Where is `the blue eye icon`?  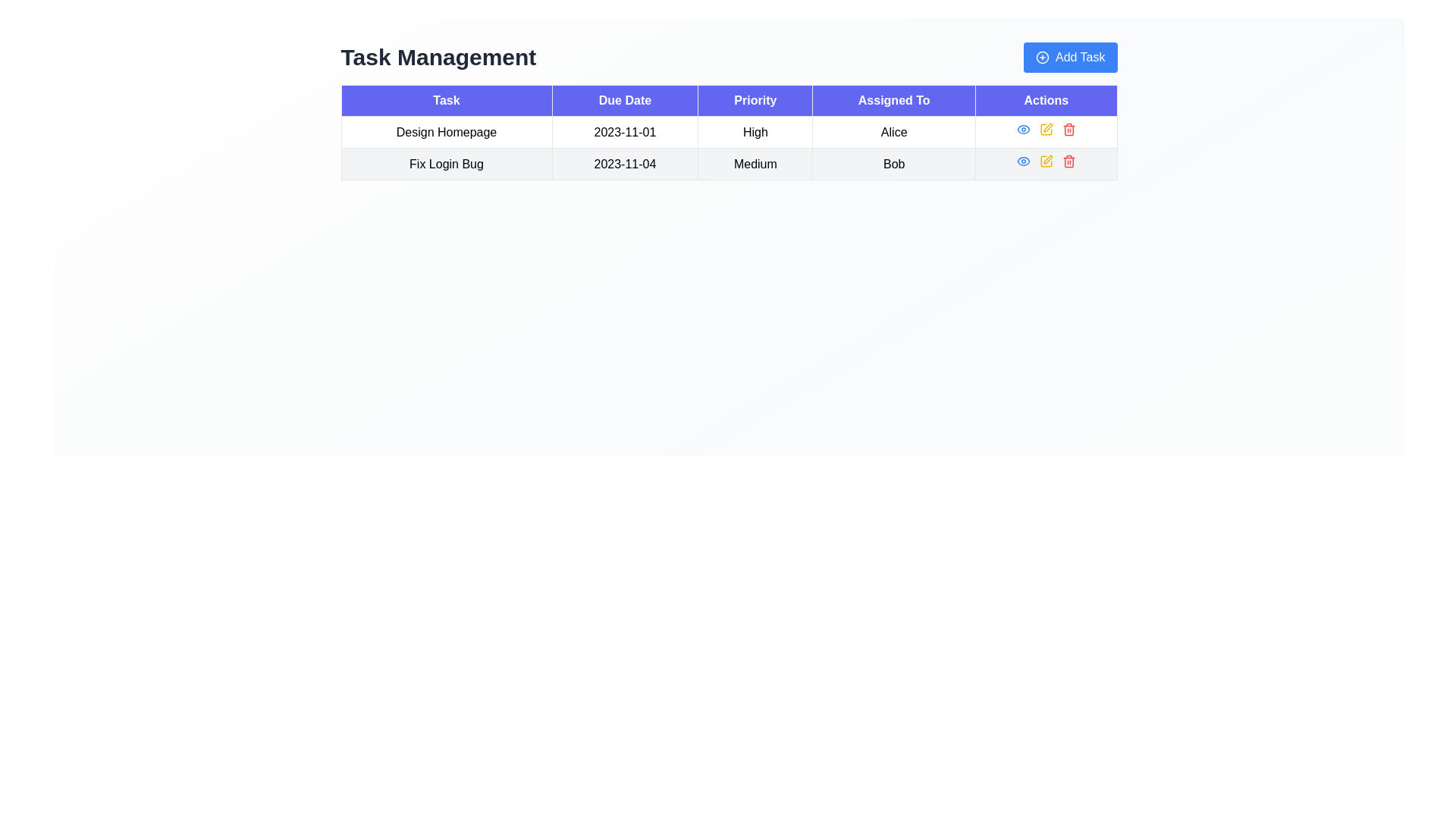 the blue eye icon is located at coordinates (1023, 128).